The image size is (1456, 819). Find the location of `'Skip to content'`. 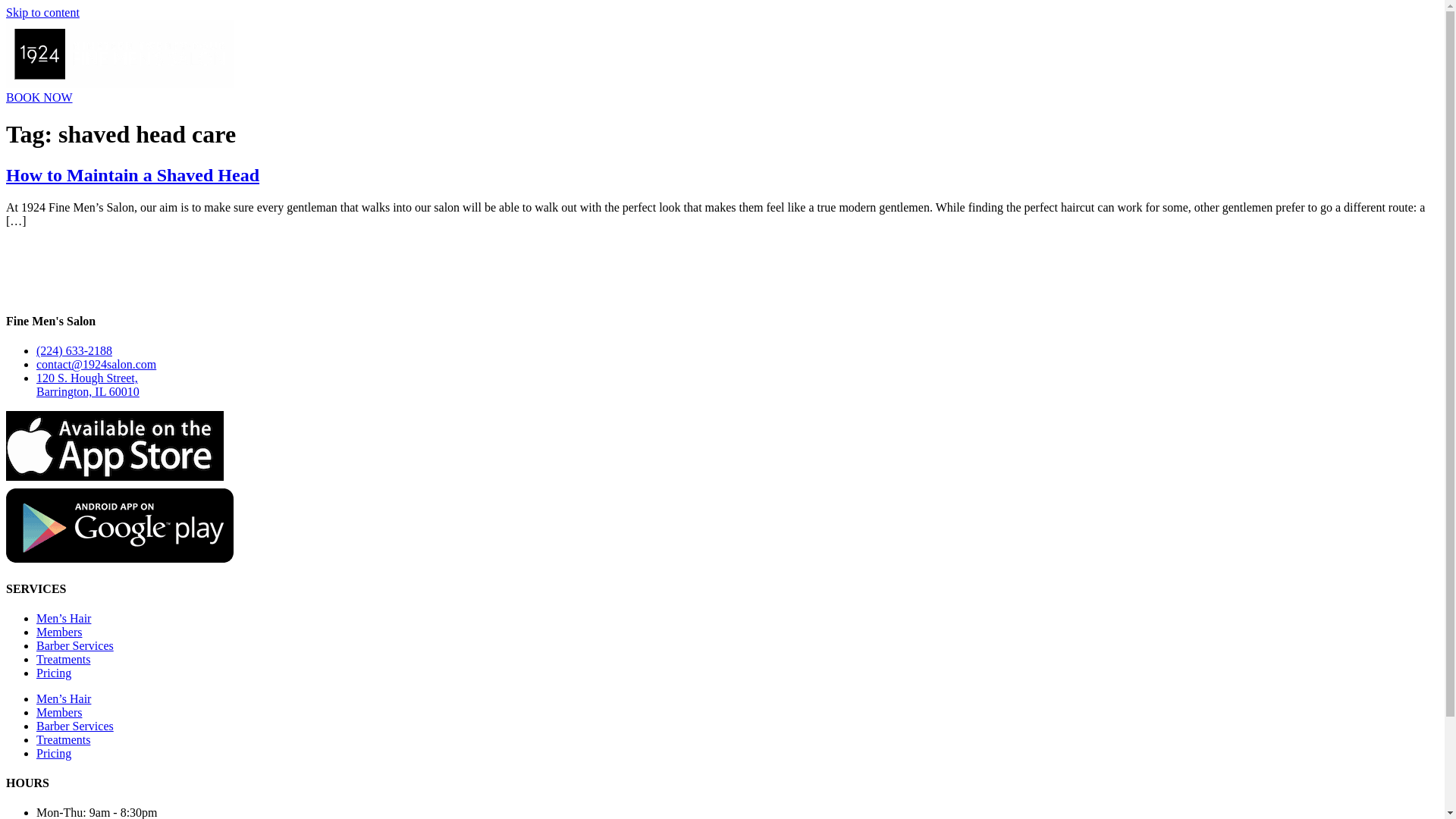

'Skip to content' is located at coordinates (42, 12).